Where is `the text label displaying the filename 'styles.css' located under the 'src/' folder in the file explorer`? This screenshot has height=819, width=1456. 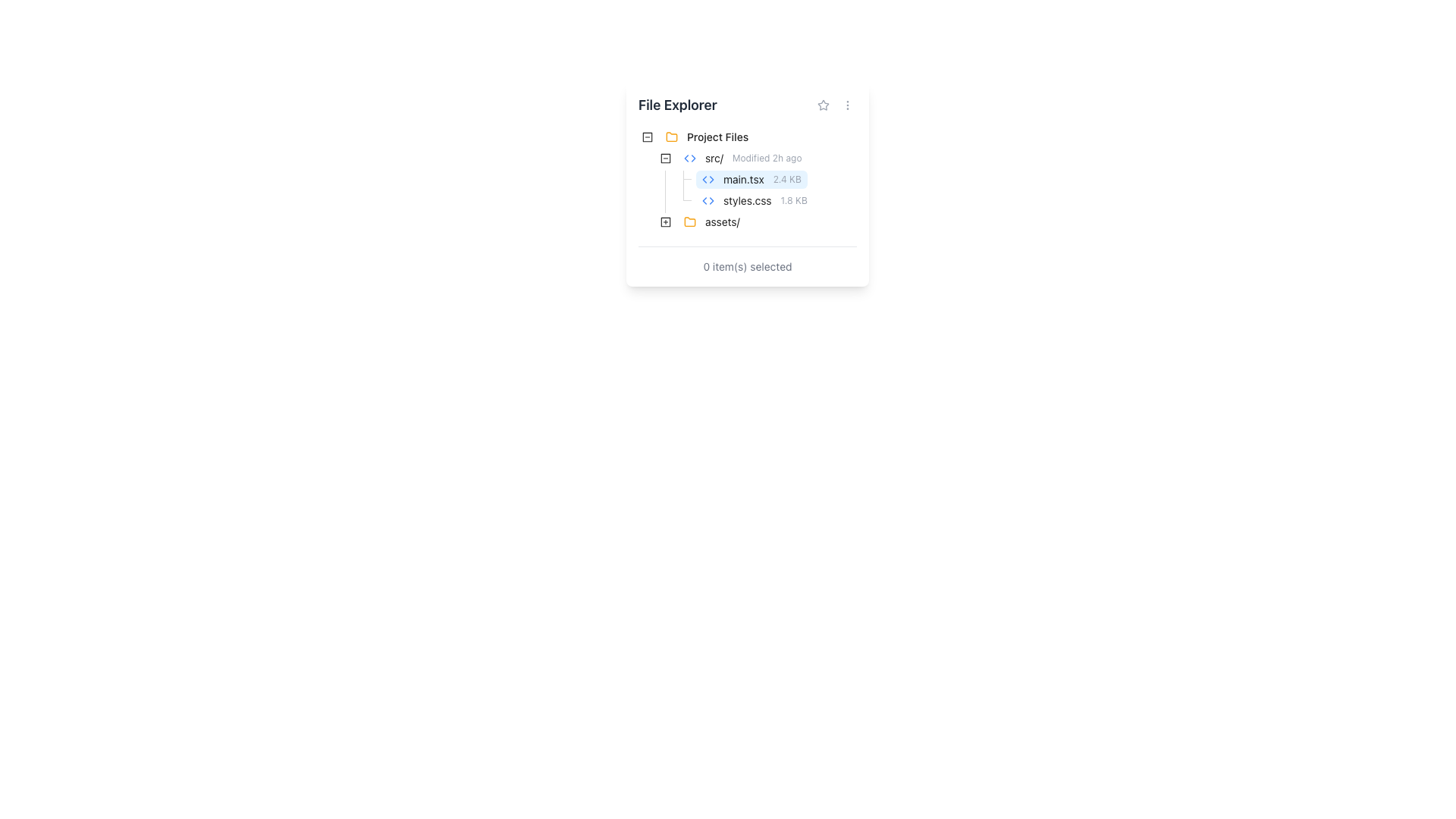 the text label displaying the filename 'styles.css' located under the 'src/' folder in the file explorer is located at coordinates (747, 200).